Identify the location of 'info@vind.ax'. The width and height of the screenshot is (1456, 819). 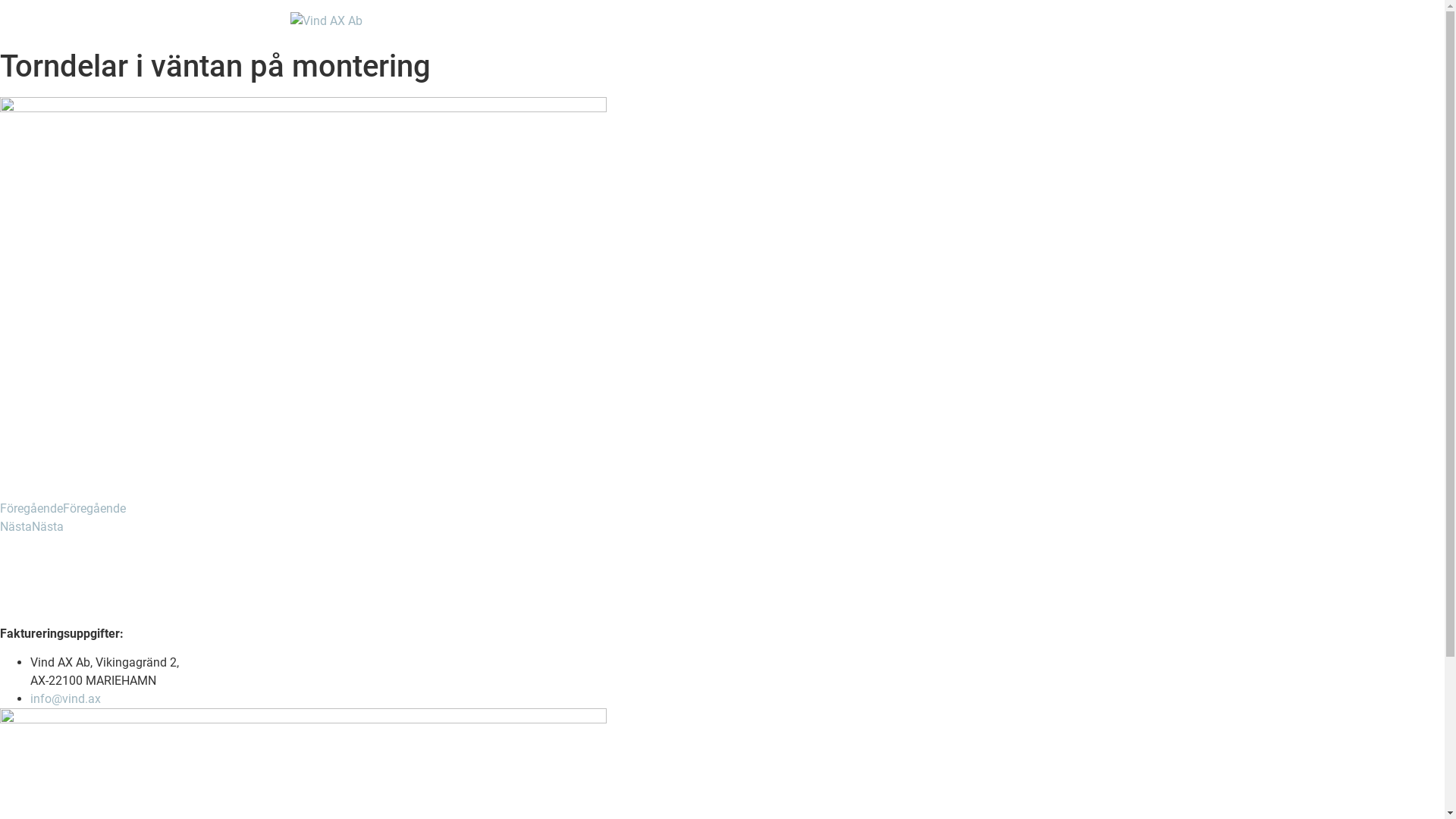
(64, 698).